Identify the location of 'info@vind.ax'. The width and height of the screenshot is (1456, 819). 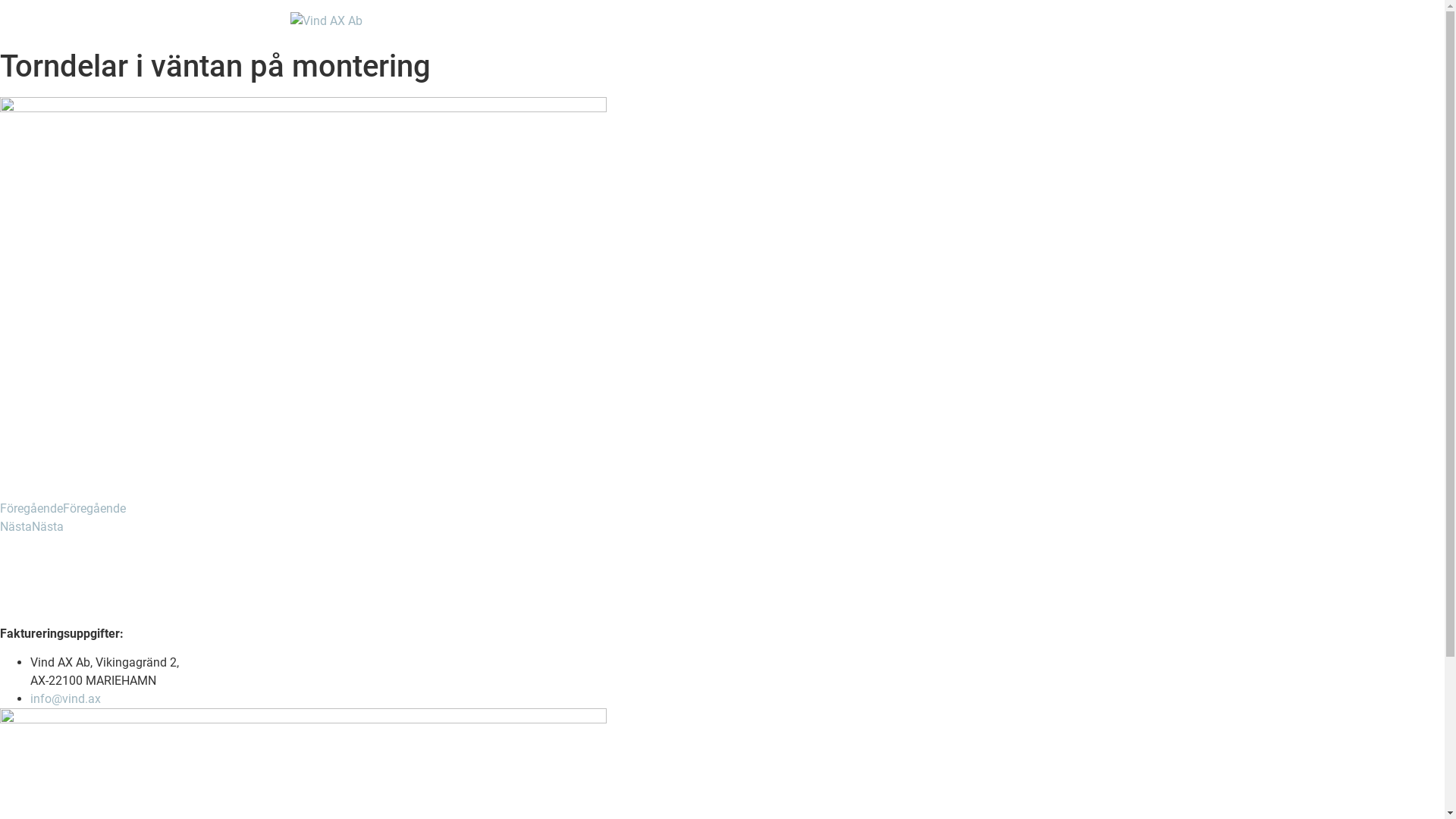
(64, 698).